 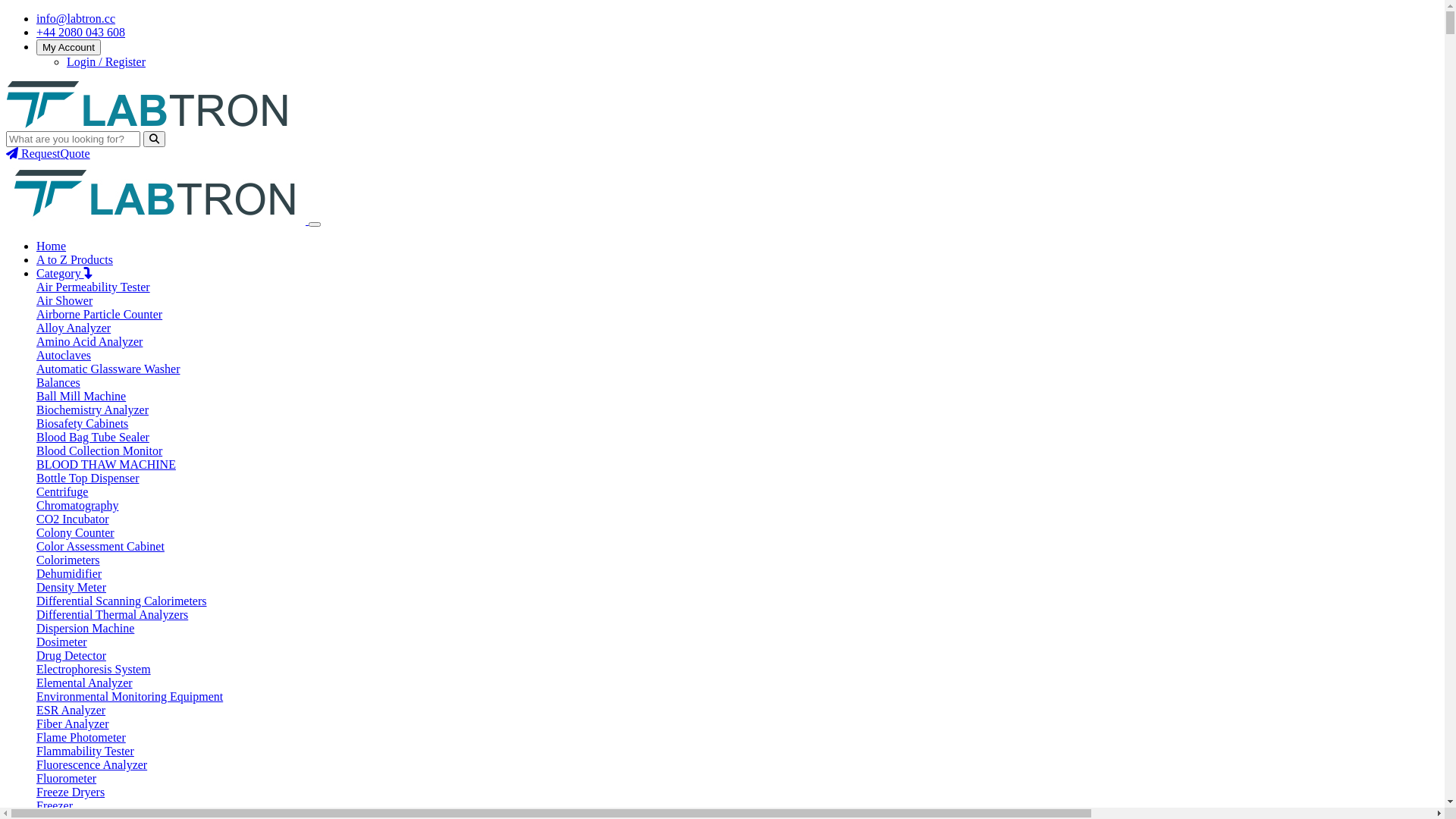 I want to click on 'ESR Analyzer', so click(x=36, y=710).